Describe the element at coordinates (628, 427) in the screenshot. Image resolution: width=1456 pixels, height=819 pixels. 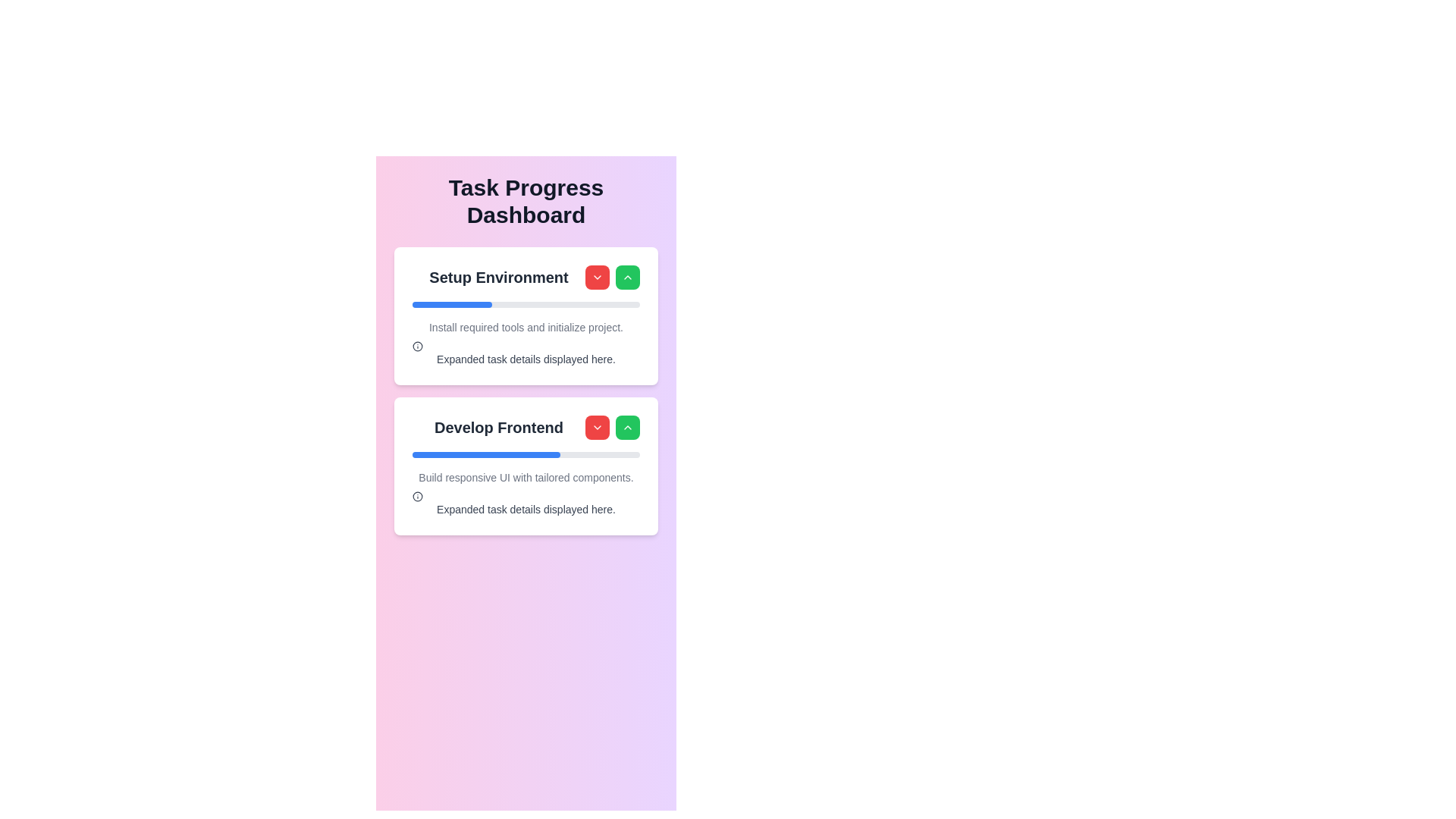
I see `the green square button with rounded edges and an upward-pointing chevron icon, located at the top-right corner of the 'Develop Frontend' task card, to interact with its feature` at that location.